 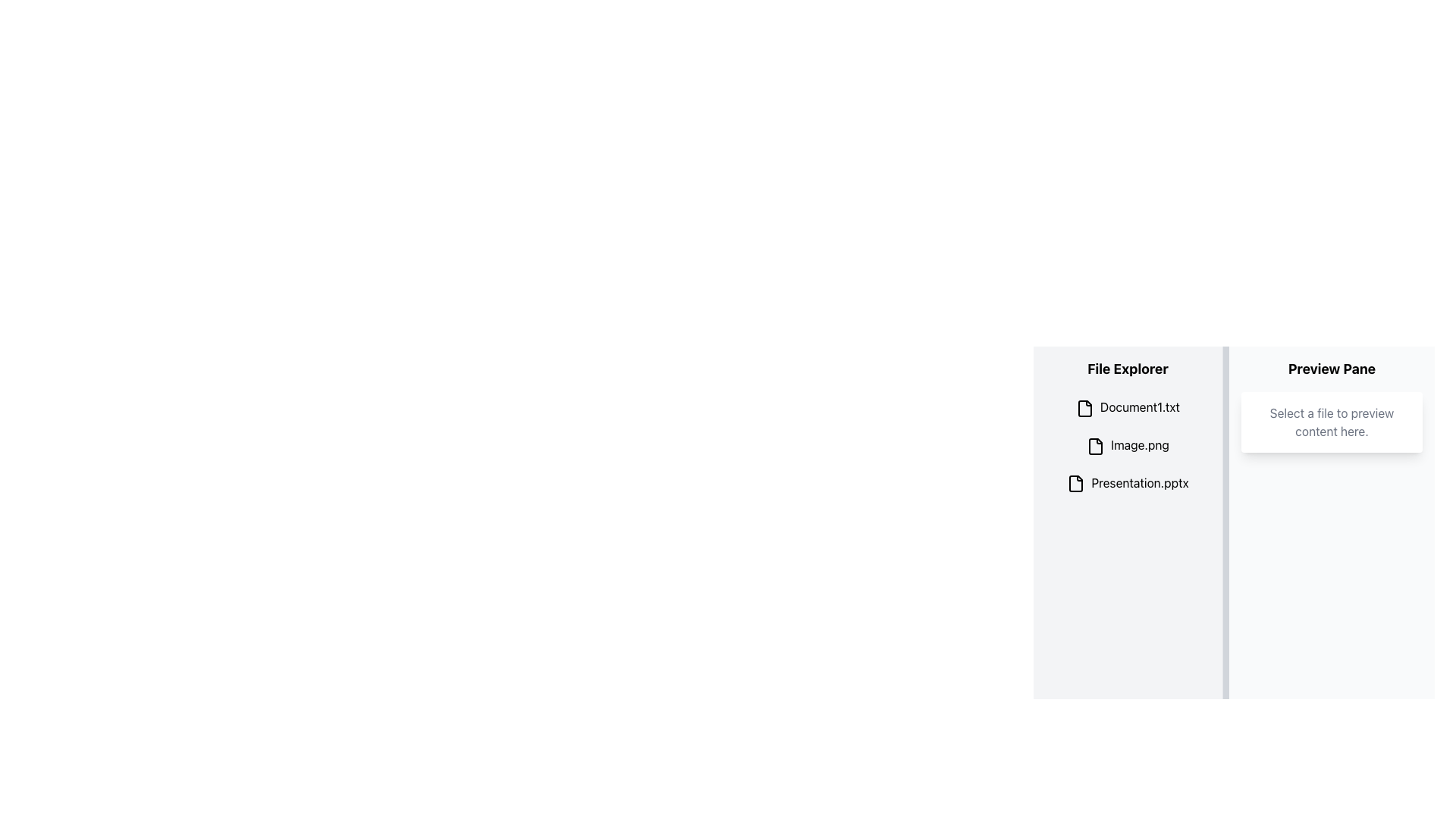 I want to click on the decorative background shape of the file icon for 'Image.png', so click(x=1096, y=445).